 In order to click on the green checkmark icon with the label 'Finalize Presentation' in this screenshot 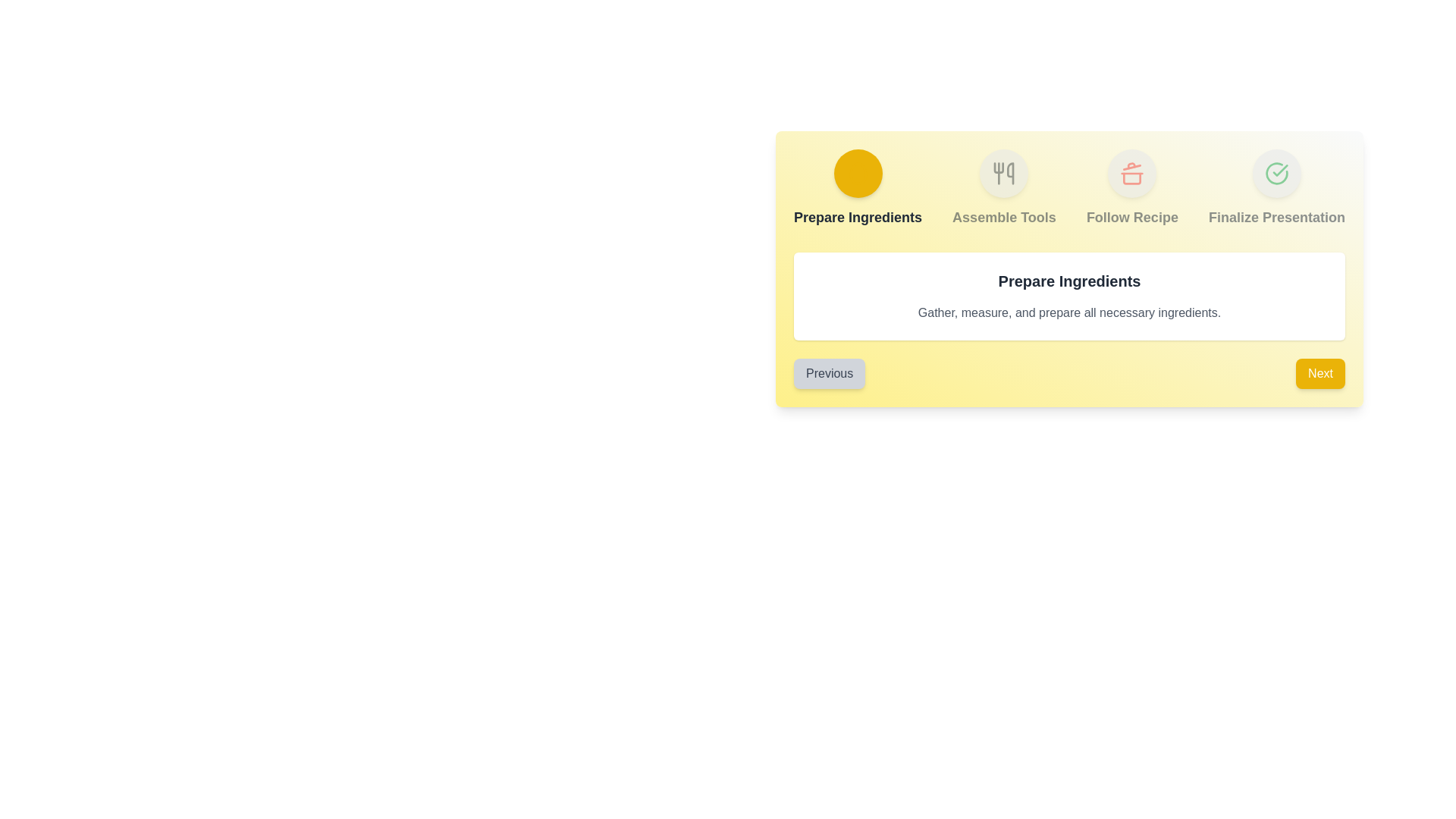, I will do `click(1276, 188)`.